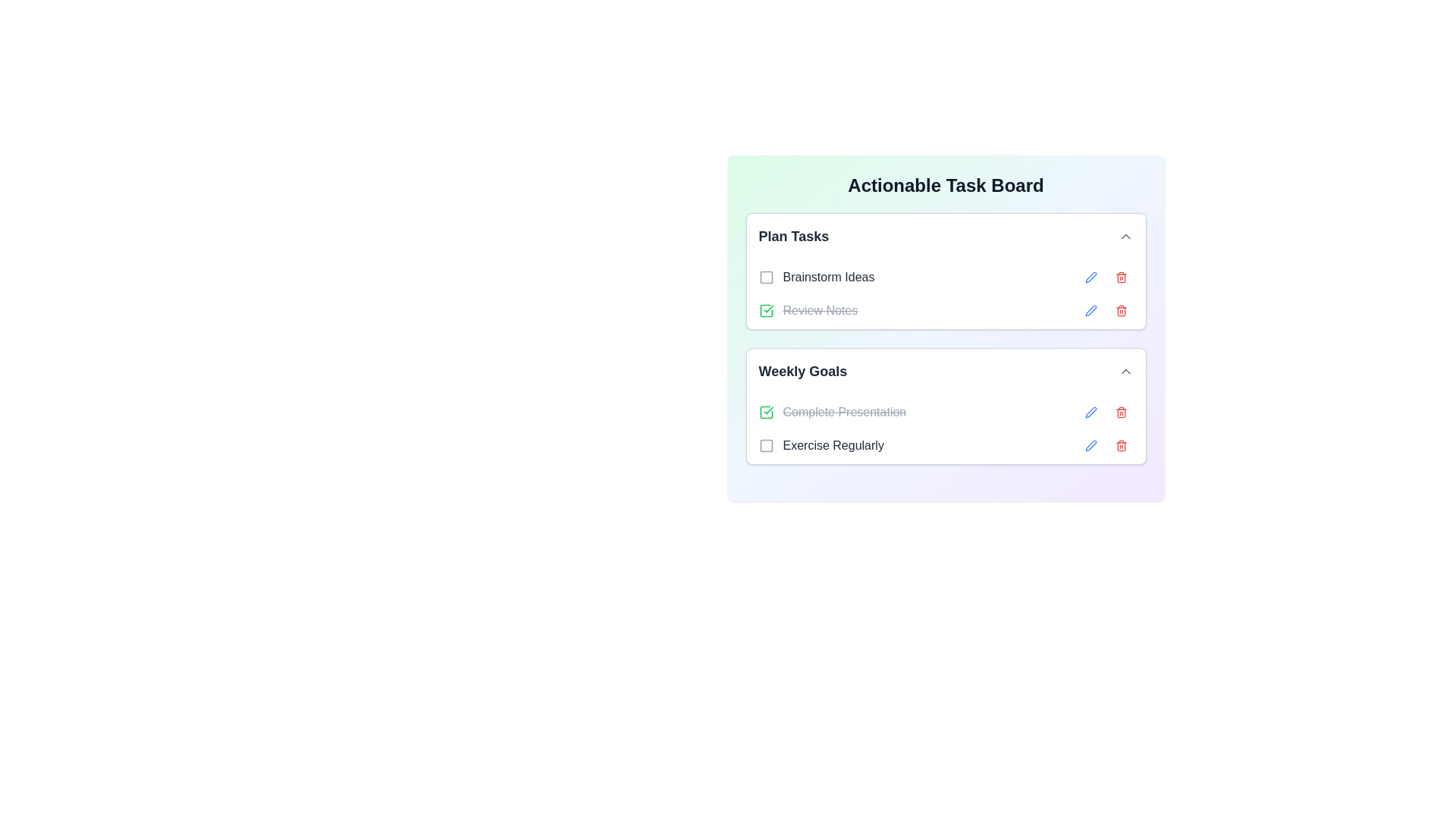 The image size is (1456, 819). I want to click on the pen-shaped icon with a blue outline in the 'Plan Tasks' category, so click(1090, 309).